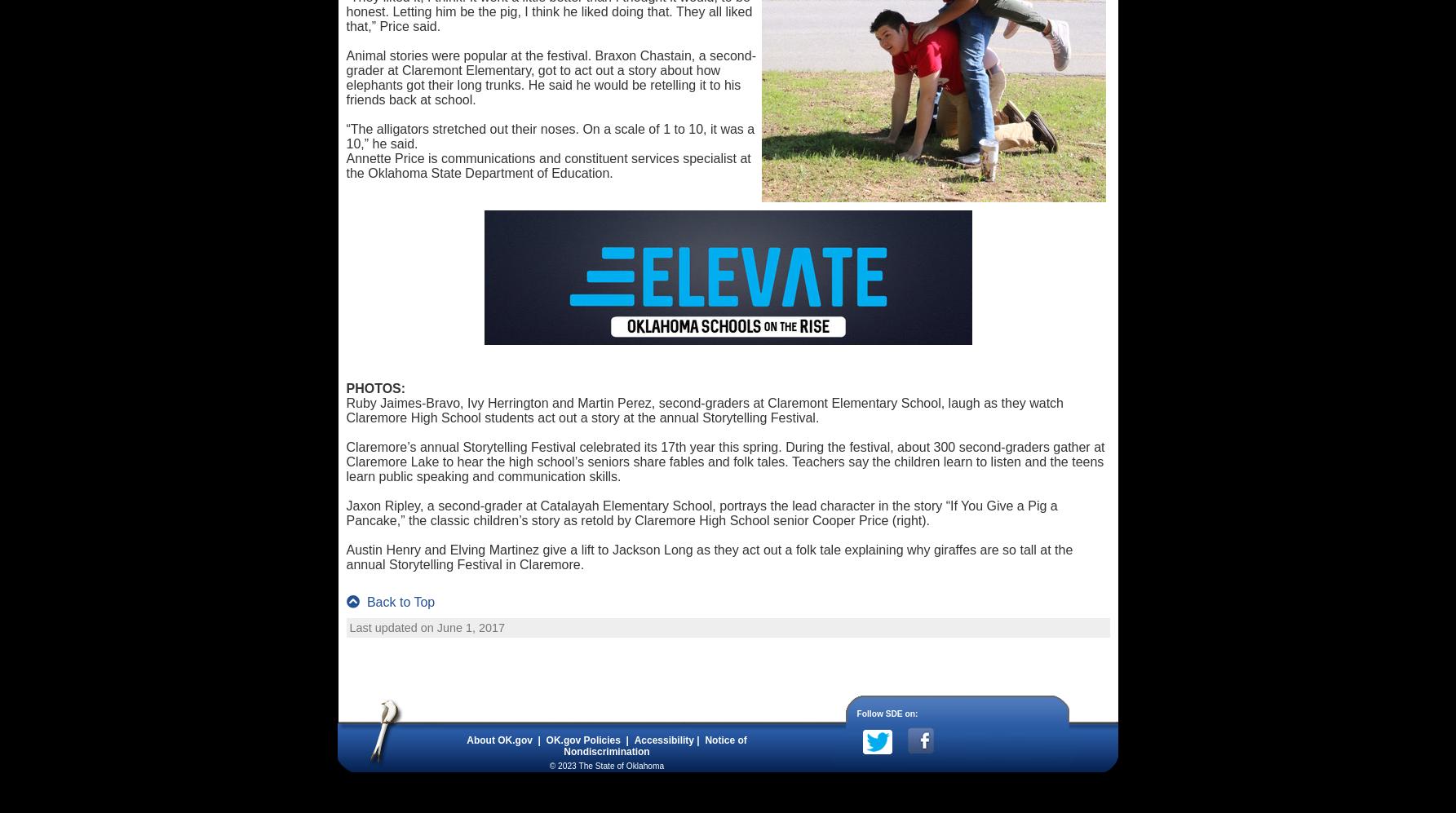 The image size is (1456, 813). Describe the element at coordinates (344, 462) in the screenshot. I see `'Claremore’s annual Storytelling Festival celebrated its 17th year this spring. During the festival, about 300 second-graders gather at Claremore Lake to hear the high school’s seniors share fables and folk tales. Teachers say the children learn to listen and the teens learn public speaking and communication skills.'` at that location.